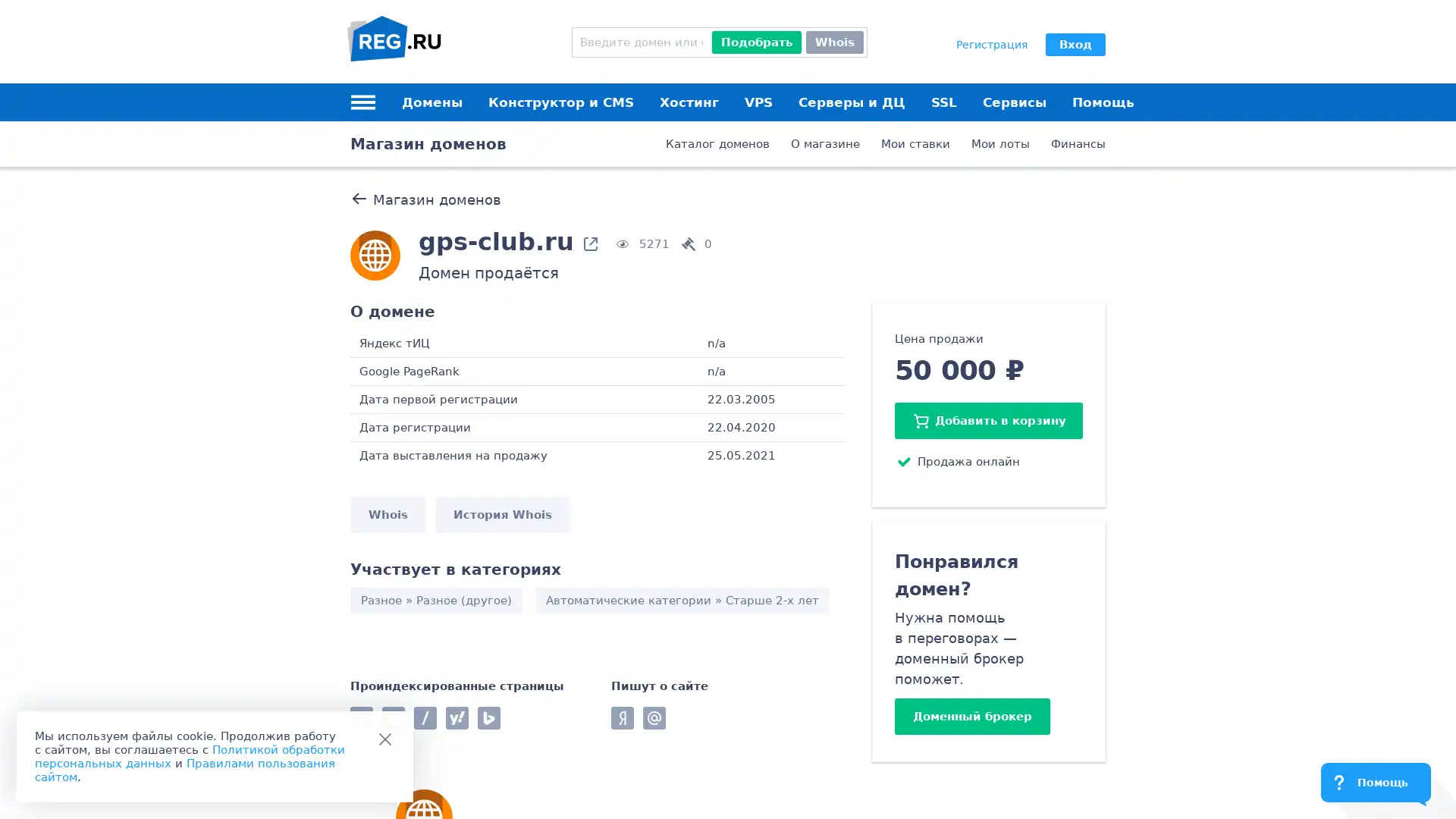 Image resolution: width=1456 pixels, height=819 pixels. What do you see at coordinates (833, 42) in the screenshot?
I see `Whois` at bounding box center [833, 42].